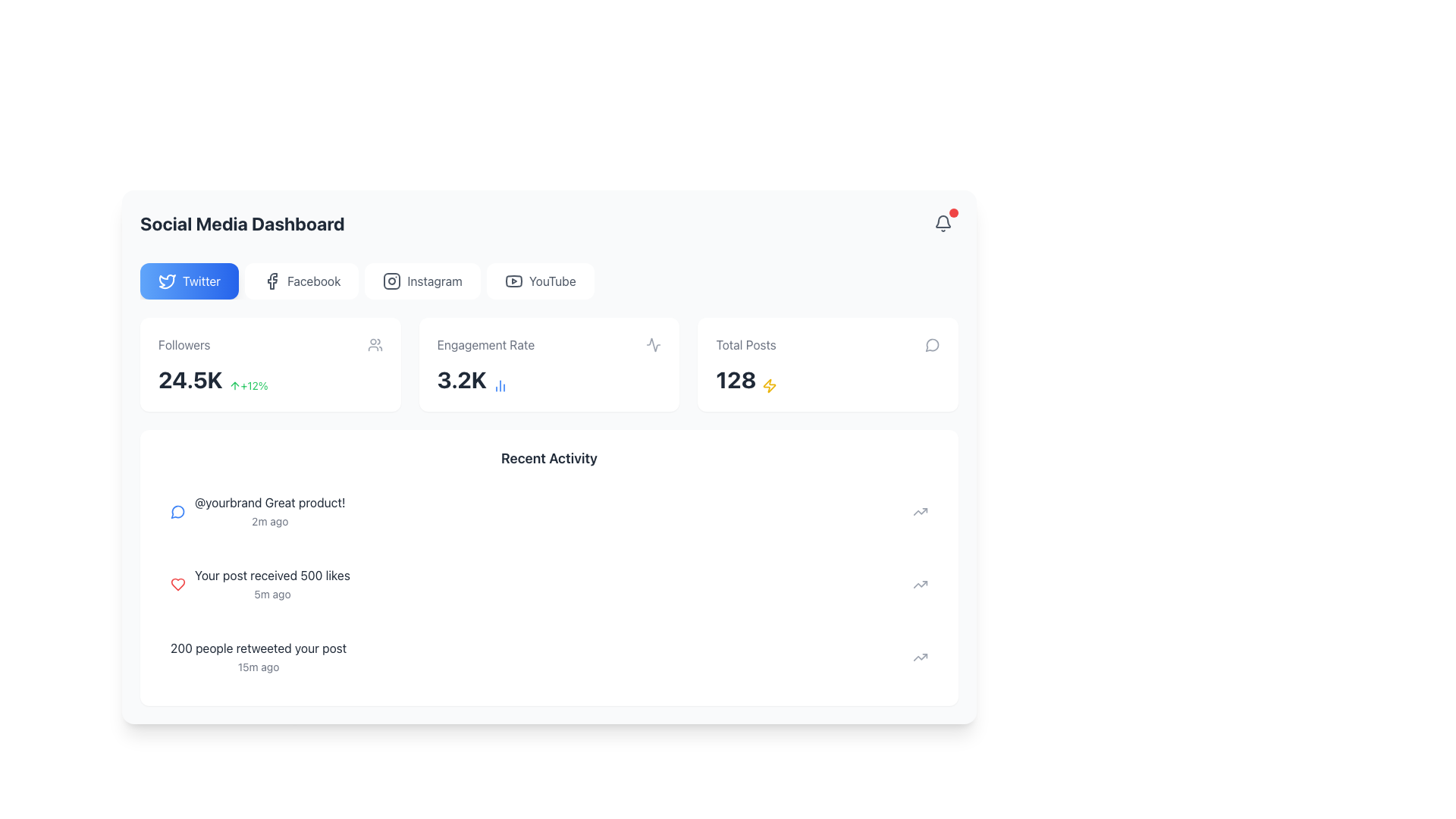  I want to click on the appearance of the background shape that serves as a structural element for the Instagram button, located within the navigation options in the dashboard's header section, so click(392, 281).